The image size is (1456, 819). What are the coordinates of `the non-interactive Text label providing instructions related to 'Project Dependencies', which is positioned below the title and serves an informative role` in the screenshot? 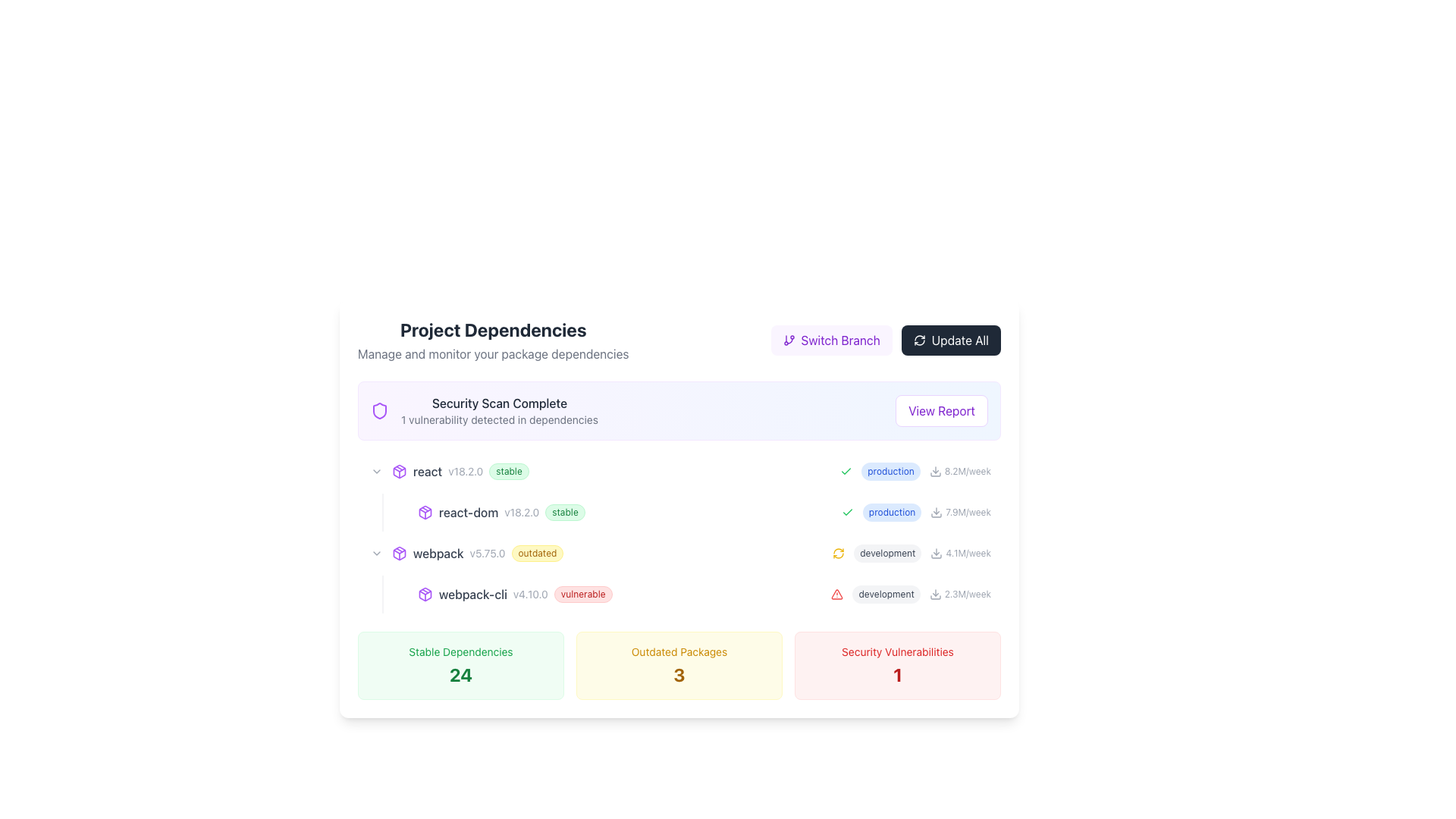 It's located at (493, 353).